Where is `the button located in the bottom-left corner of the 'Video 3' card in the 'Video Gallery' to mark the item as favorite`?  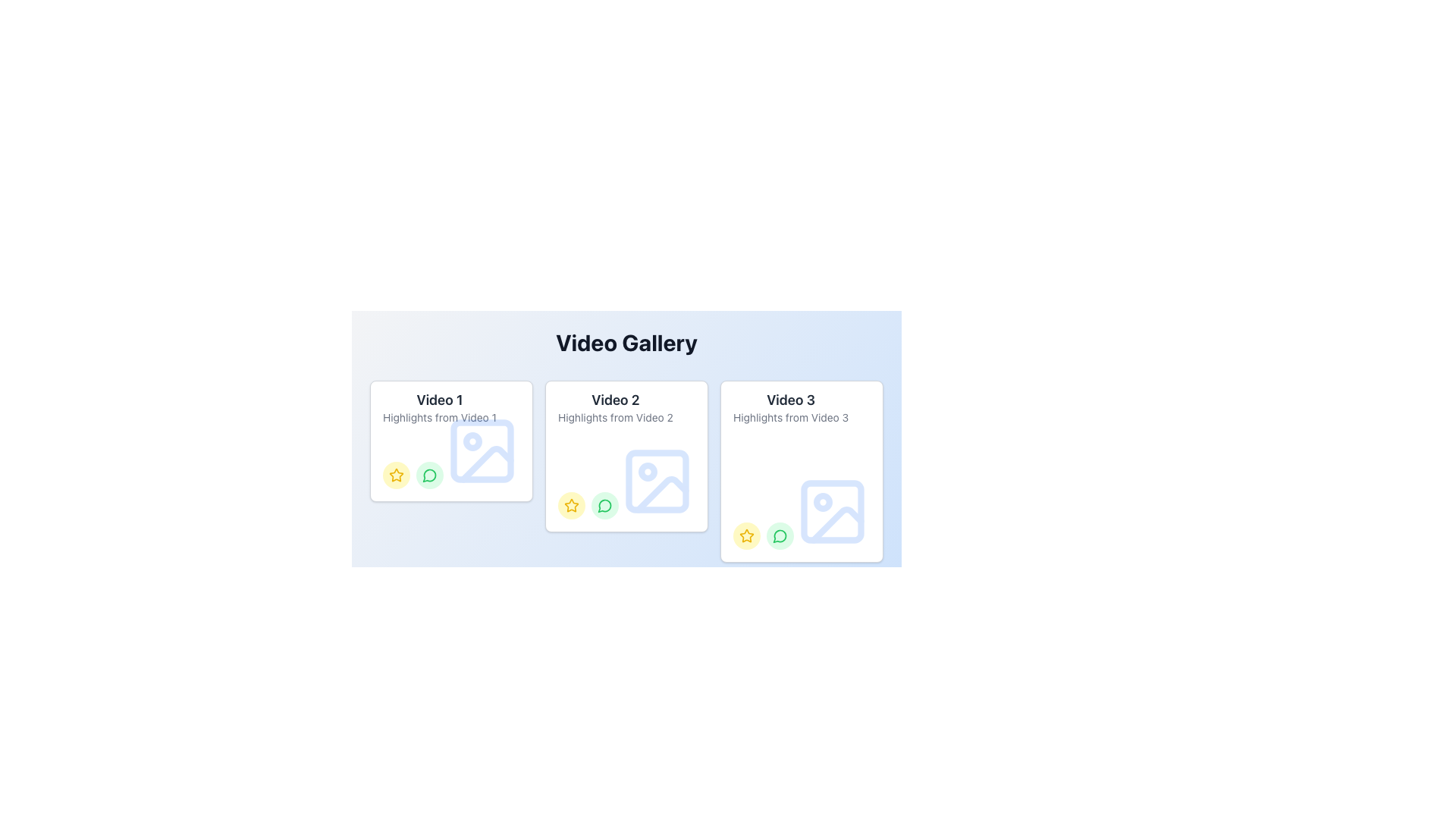 the button located in the bottom-left corner of the 'Video 3' card in the 'Video Gallery' to mark the item as favorite is located at coordinates (746, 535).